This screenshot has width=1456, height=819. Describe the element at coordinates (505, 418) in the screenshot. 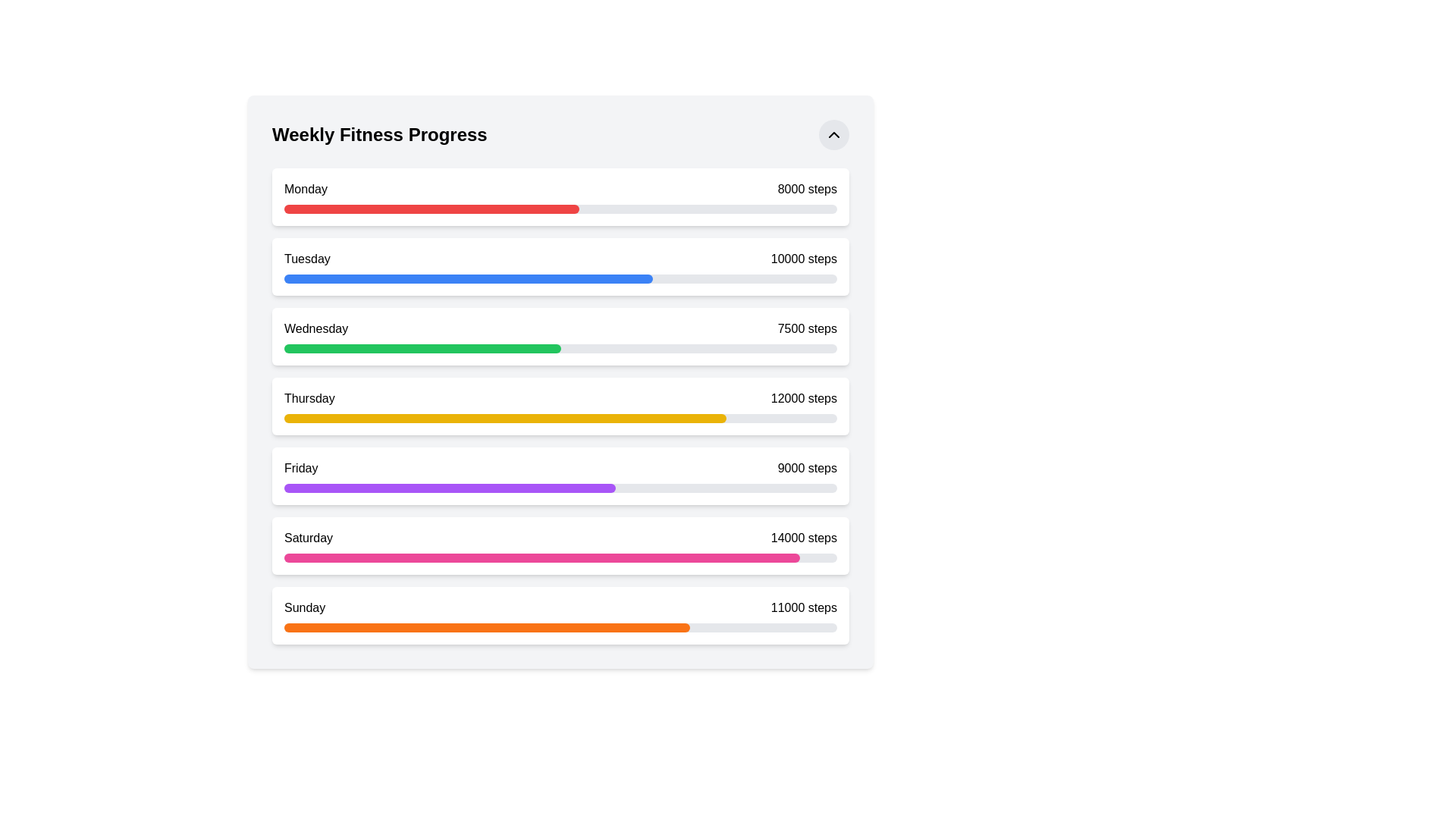

I see `the progress visually by focusing on the progress bar associated with the 'Thursday' label, which represents the completion percentage of fitness tracking for that day` at that location.